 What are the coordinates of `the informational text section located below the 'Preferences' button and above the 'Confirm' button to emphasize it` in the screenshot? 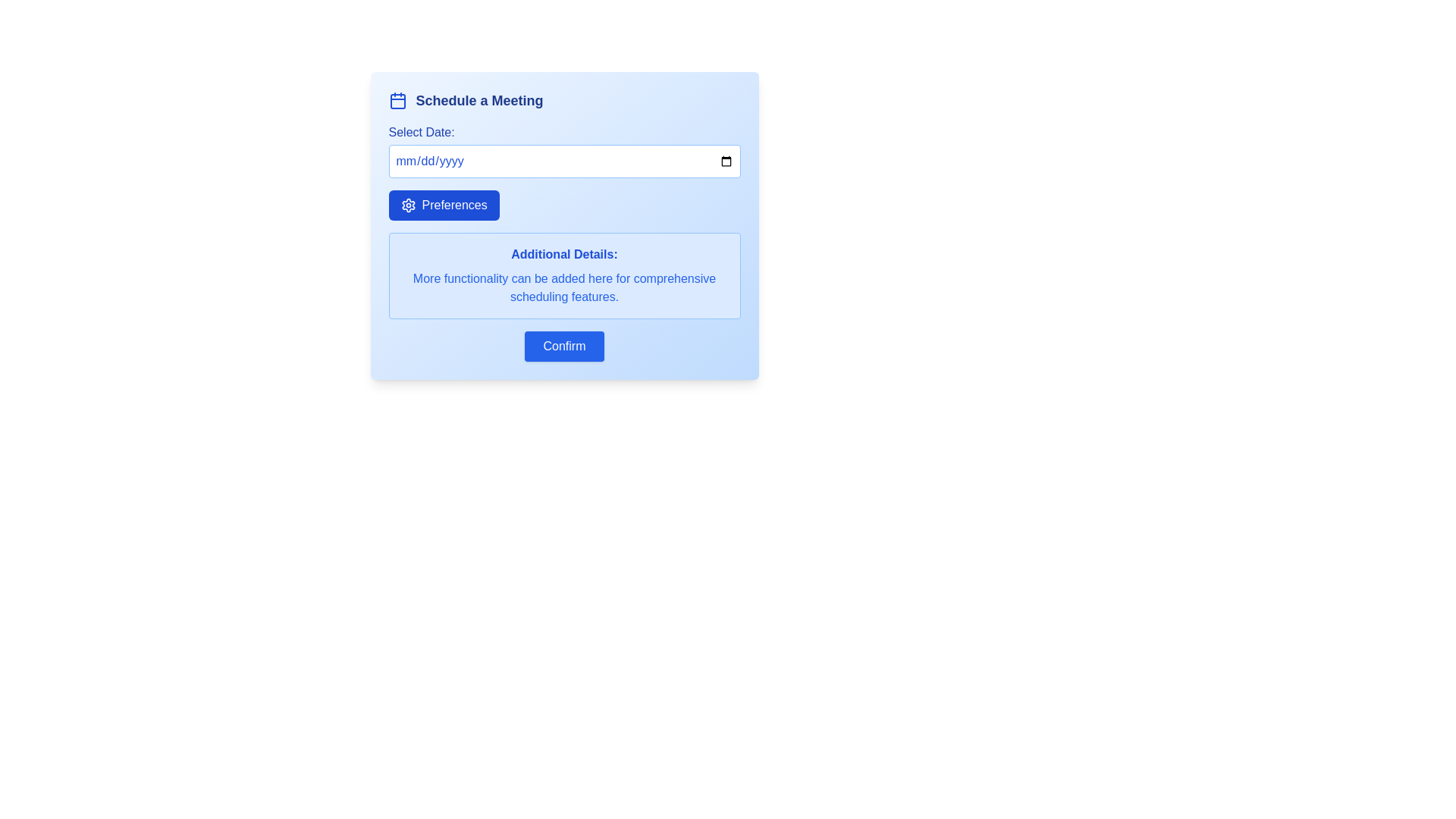 It's located at (563, 275).